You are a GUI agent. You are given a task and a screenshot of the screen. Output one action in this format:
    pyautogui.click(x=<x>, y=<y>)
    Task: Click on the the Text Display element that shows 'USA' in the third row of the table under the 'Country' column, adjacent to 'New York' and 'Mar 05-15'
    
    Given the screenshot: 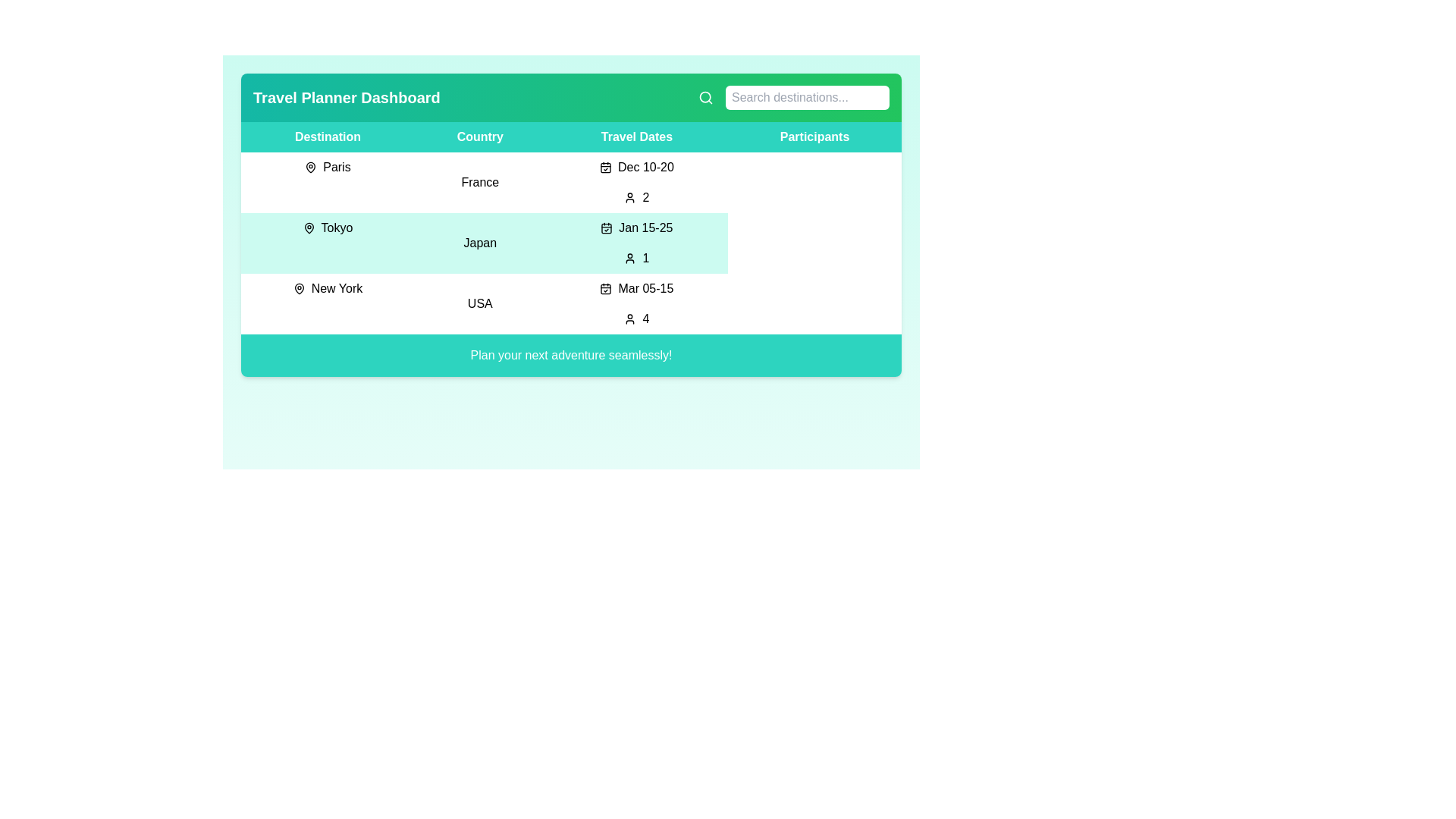 What is the action you would take?
    pyautogui.click(x=479, y=304)
    